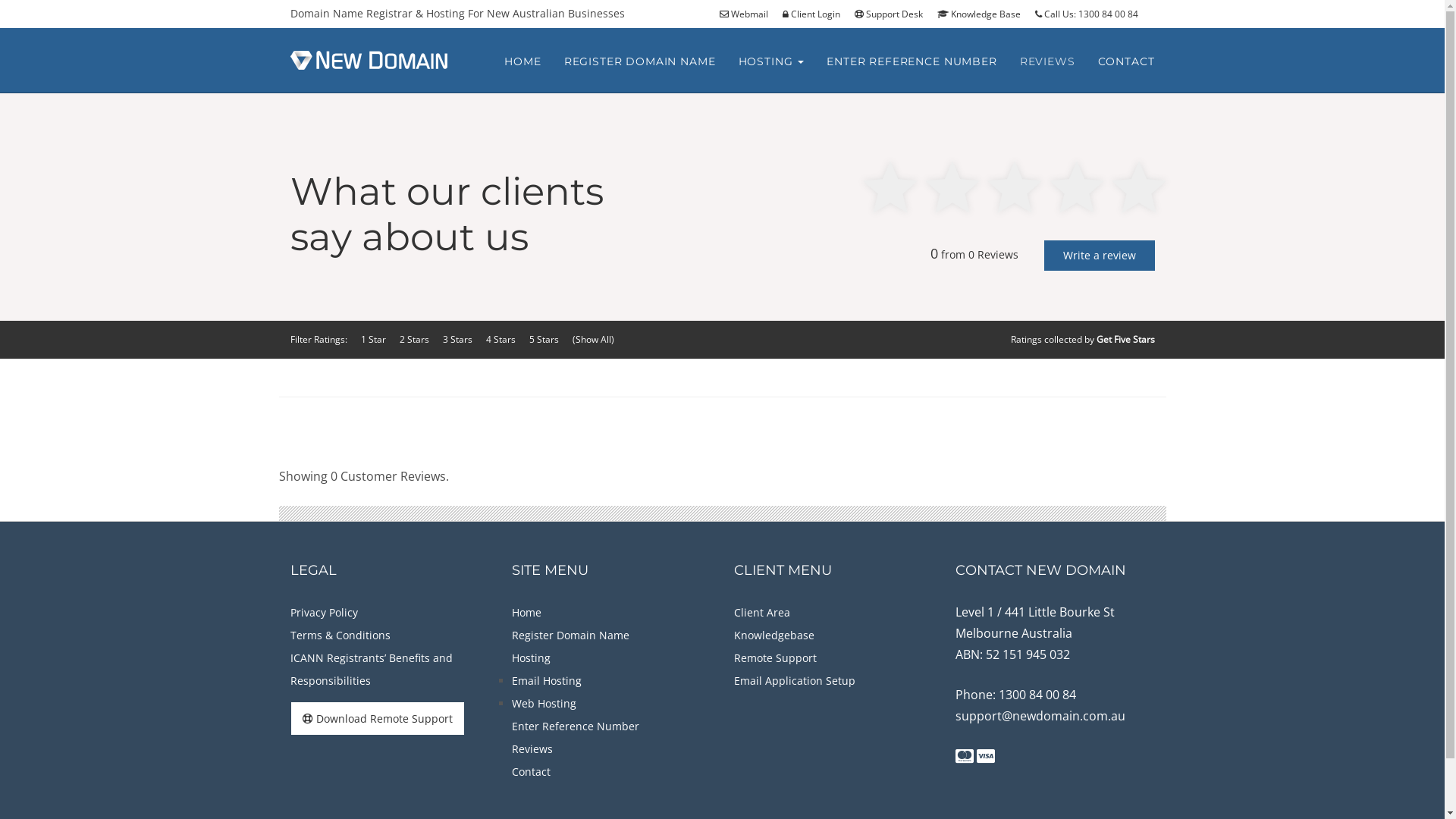 This screenshot has width=1456, height=819. I want to click on 'Reviews', so click(532, 748).